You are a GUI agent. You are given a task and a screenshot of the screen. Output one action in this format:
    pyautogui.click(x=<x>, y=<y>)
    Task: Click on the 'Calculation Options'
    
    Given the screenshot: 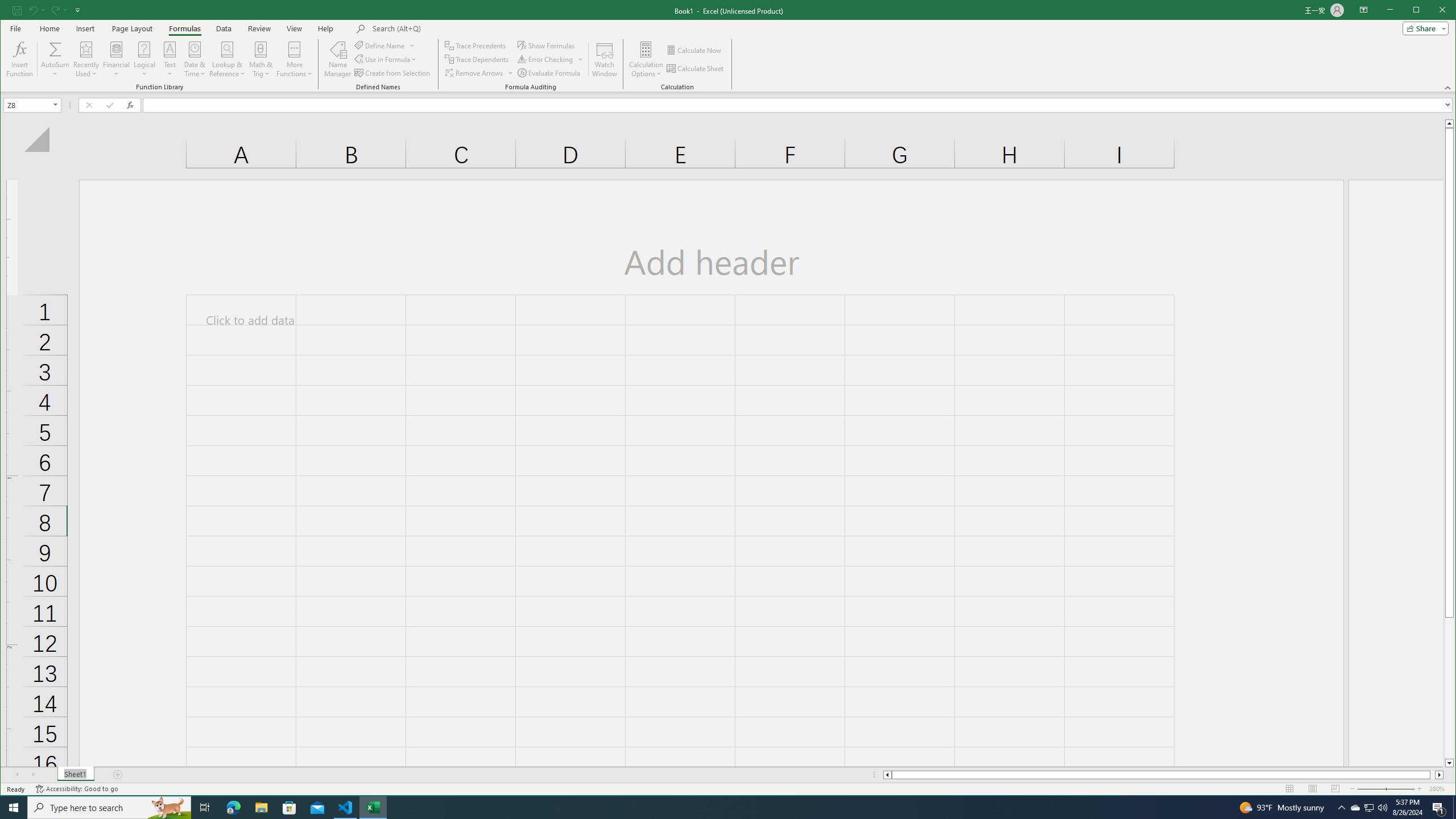 What is the action you would take?
    pyautogui.click(x=646, y=59)
    